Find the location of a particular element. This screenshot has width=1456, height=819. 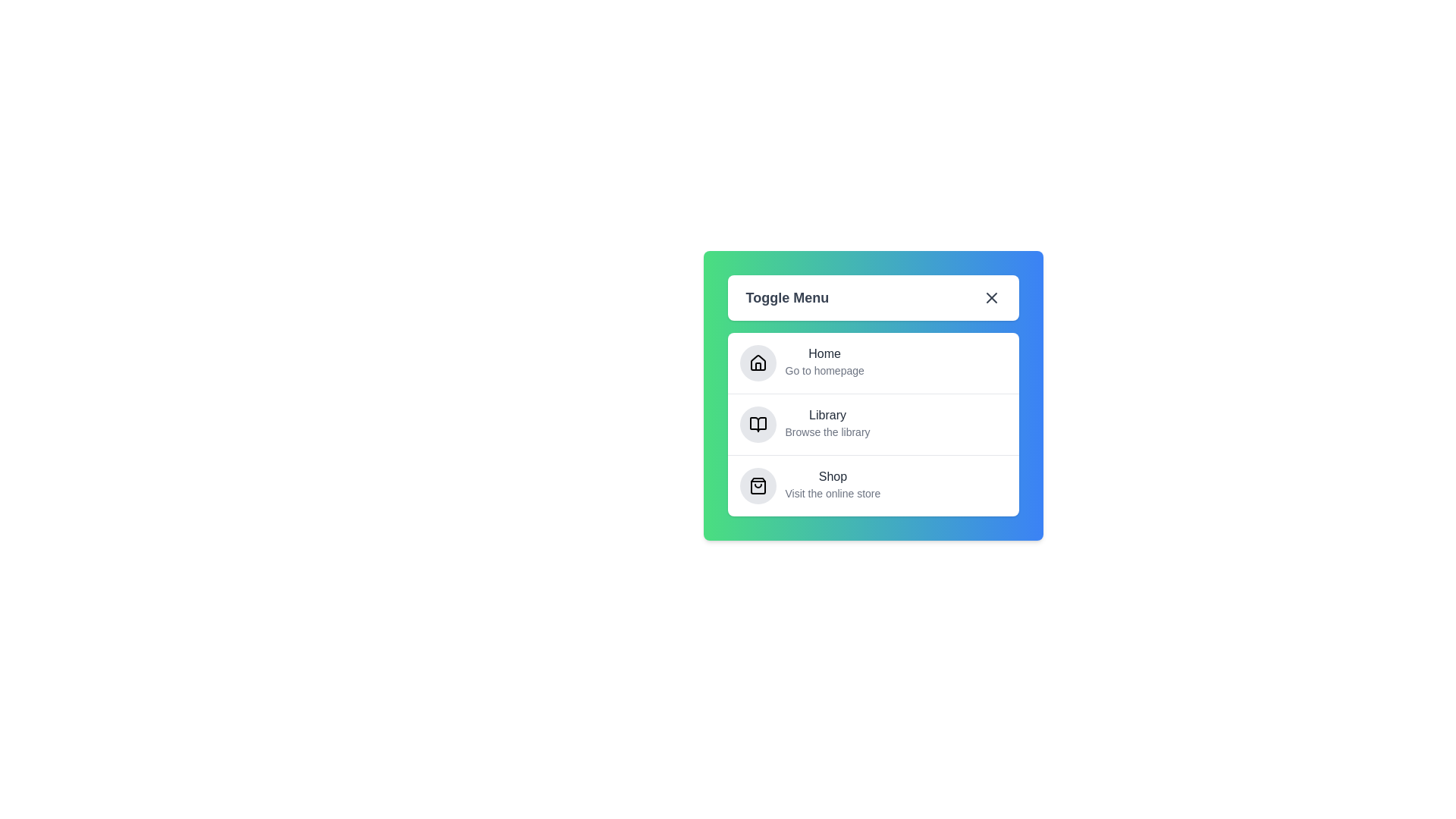

the menu item Home is located at coordinates (824, 353).